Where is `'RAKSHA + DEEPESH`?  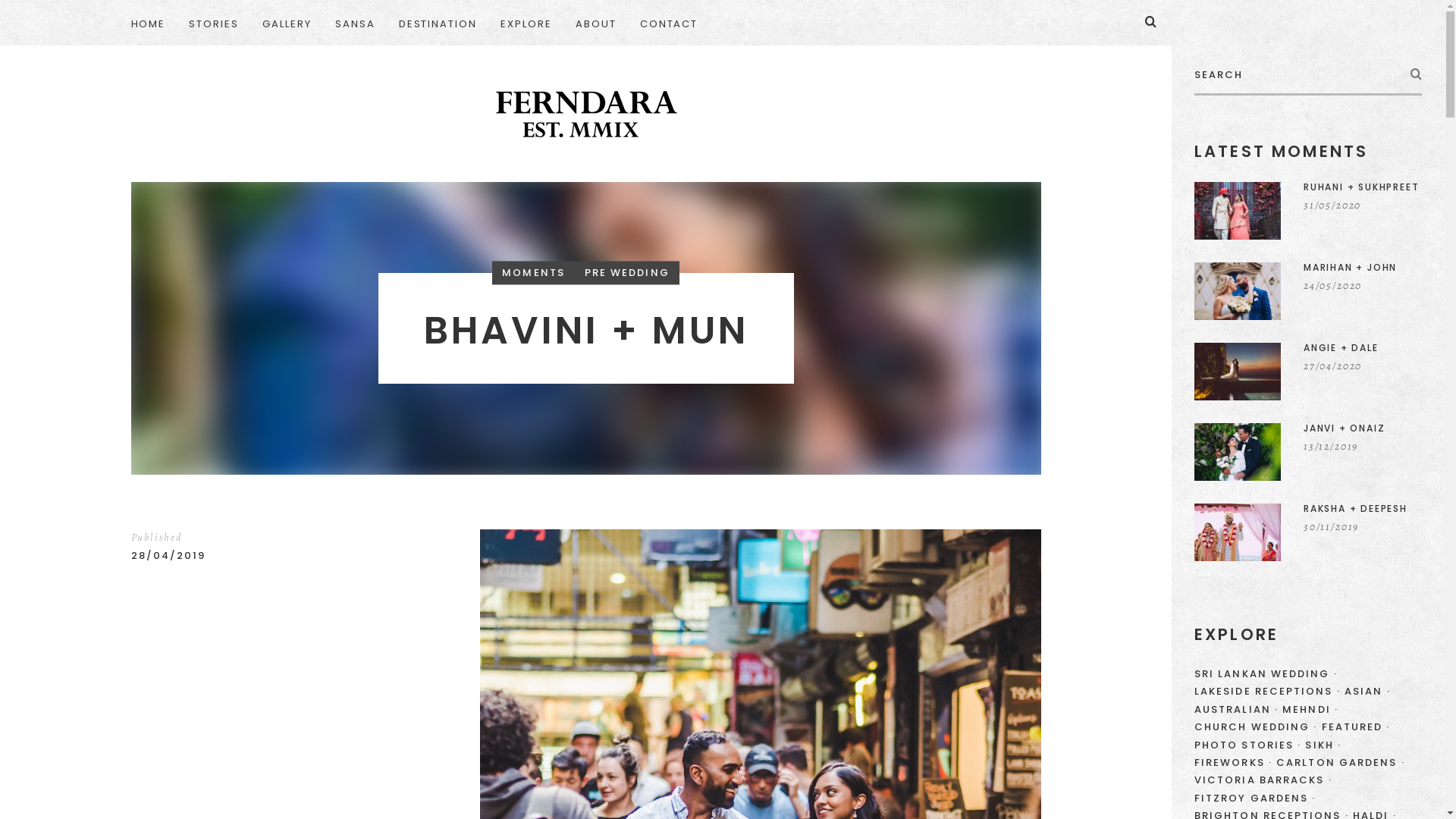 'RAKSHA + DEEPESH is located at coordinates (1307, 532).